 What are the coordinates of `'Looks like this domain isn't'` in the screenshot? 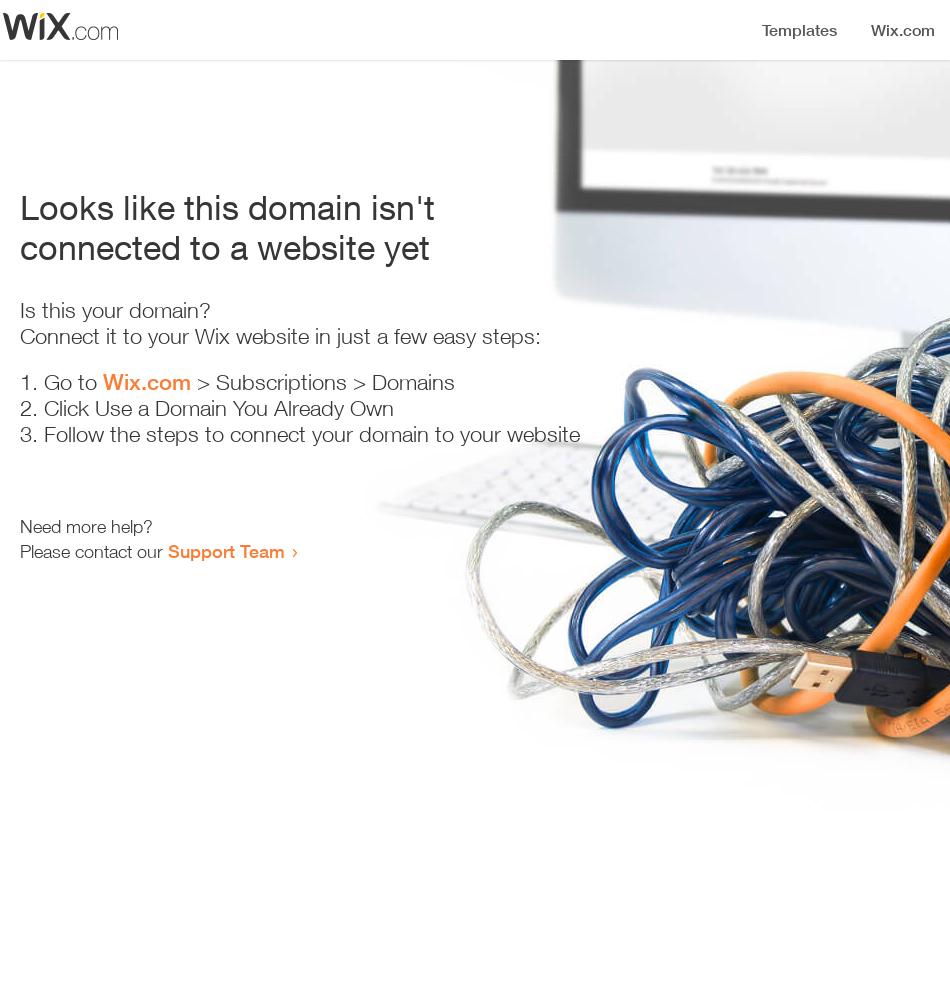 It's located at (227, 206).